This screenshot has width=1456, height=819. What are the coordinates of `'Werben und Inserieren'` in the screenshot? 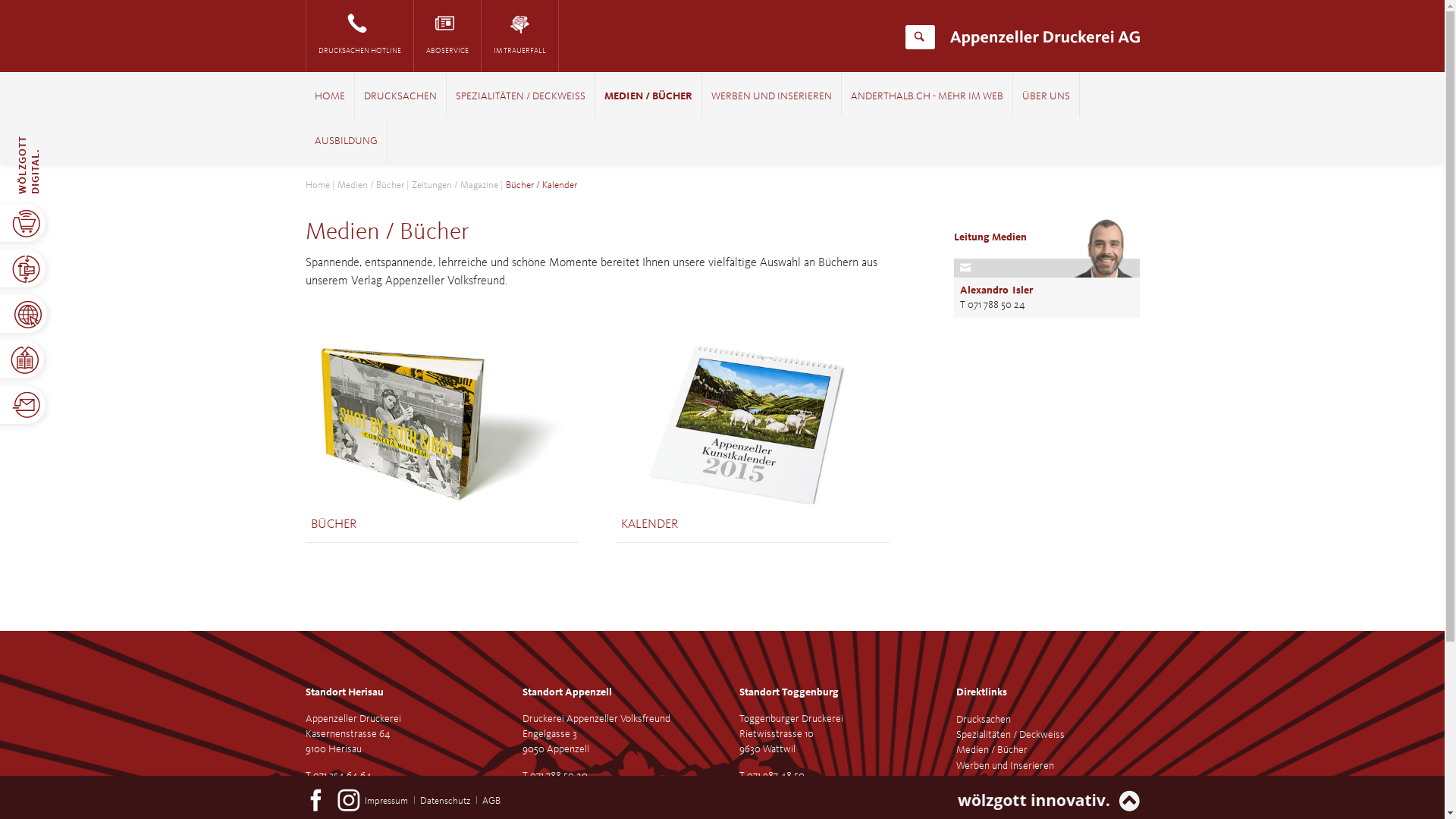 It's located at (954, 766).